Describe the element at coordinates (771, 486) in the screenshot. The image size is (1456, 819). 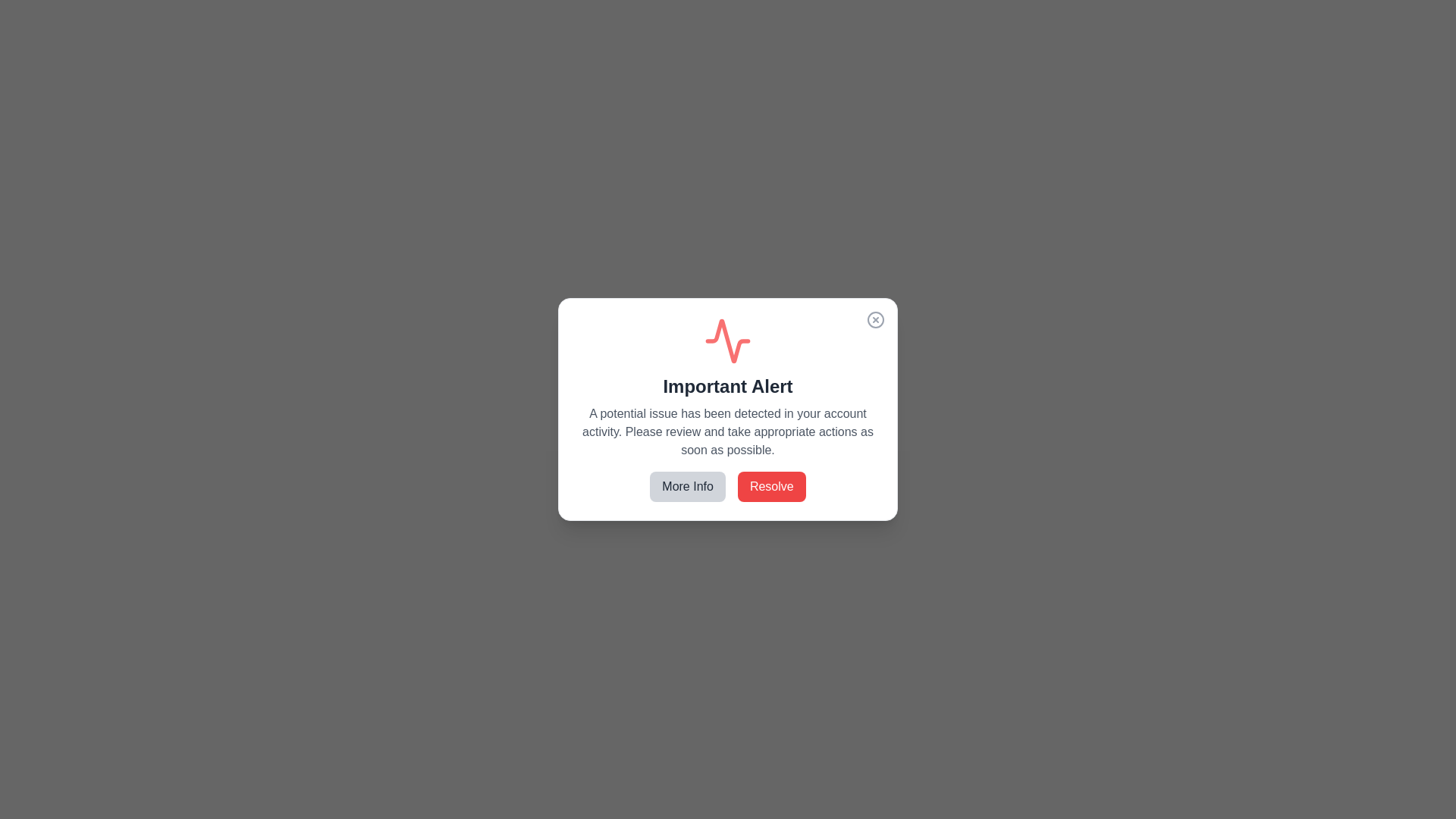
I see `the 'Resolve' button to indicate the issue is resolved` at that location.